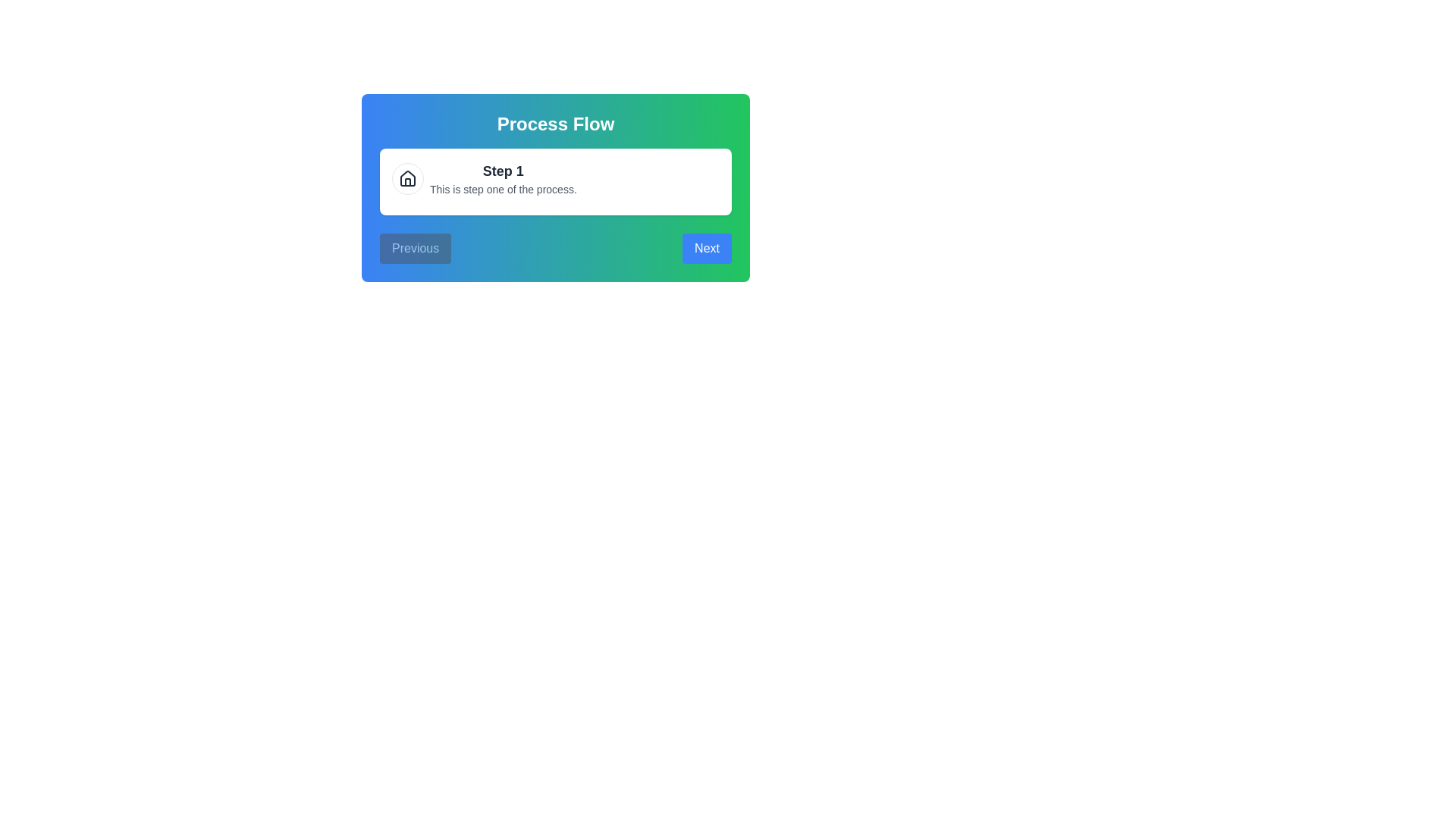 This screenshot has width=1456, height=819. I want to click on the Icon Button located to the left of the text 'Step 1' and 'This is step one of the process.', so click(407, 177).